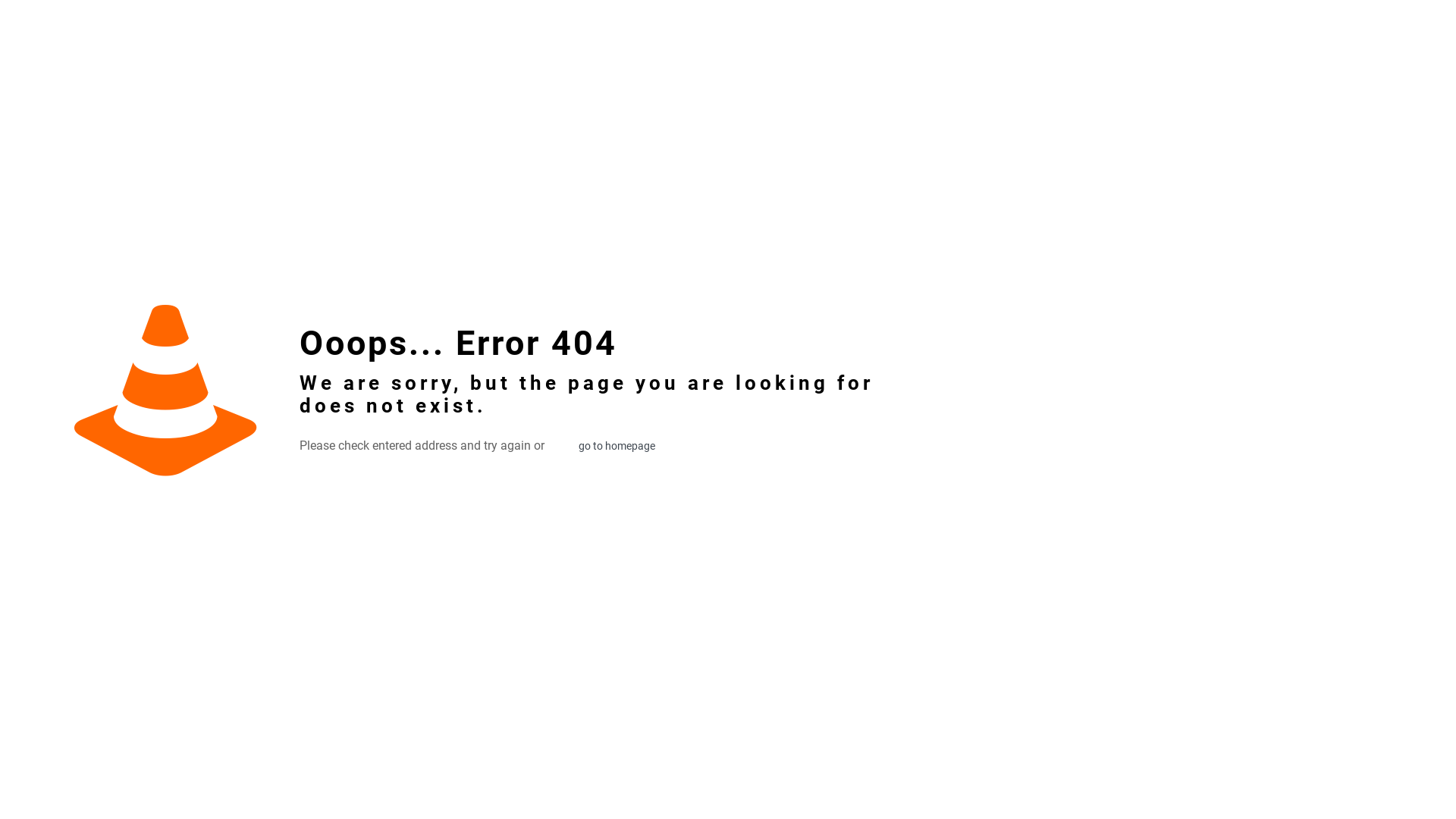 The height and width of the screenshot is (819, 1456). What do you see at coordinates (562, 444) in the screenshot?
I see `'go to homepage'` at bounding box center [562, 444].